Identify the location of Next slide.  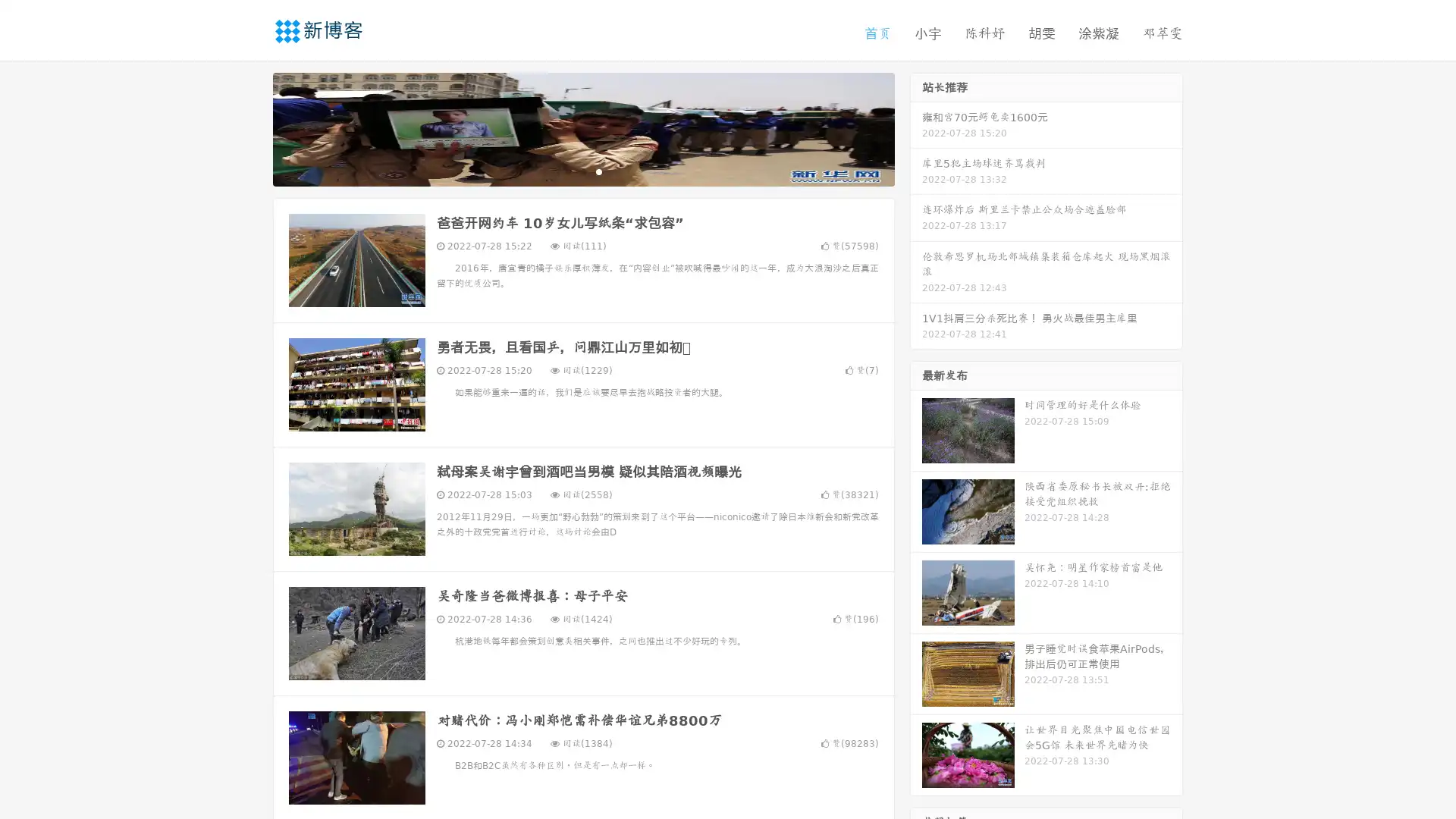
(916, 127).